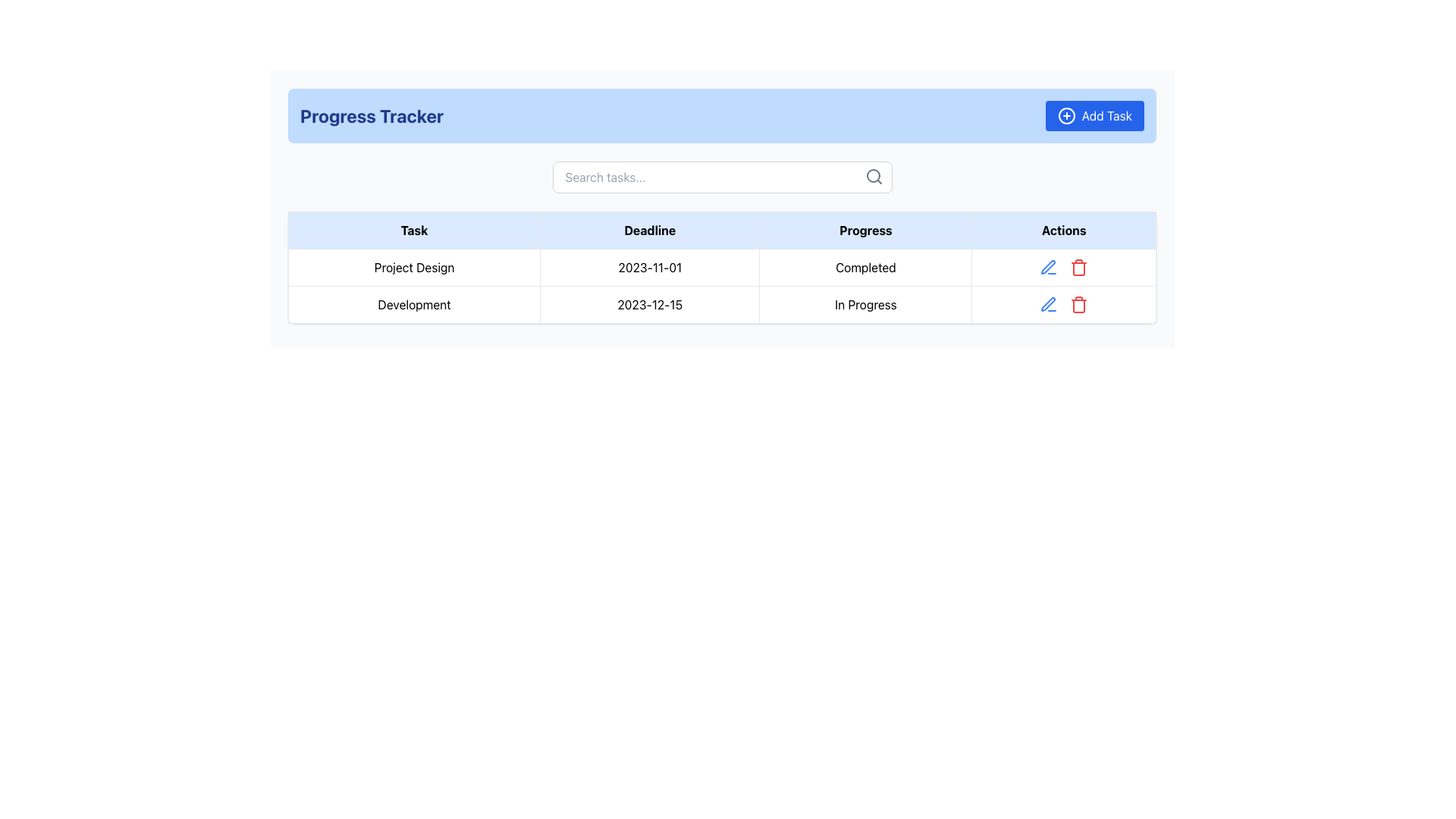 This screenshot has height=819, width=1456. What do you see at coordinates (874, 175) in the screenshot?
I see `the magnifying glass icon located immediately to the right of the 'Search tasks...' input box to initiate a search` at bounding box center [874, 175].